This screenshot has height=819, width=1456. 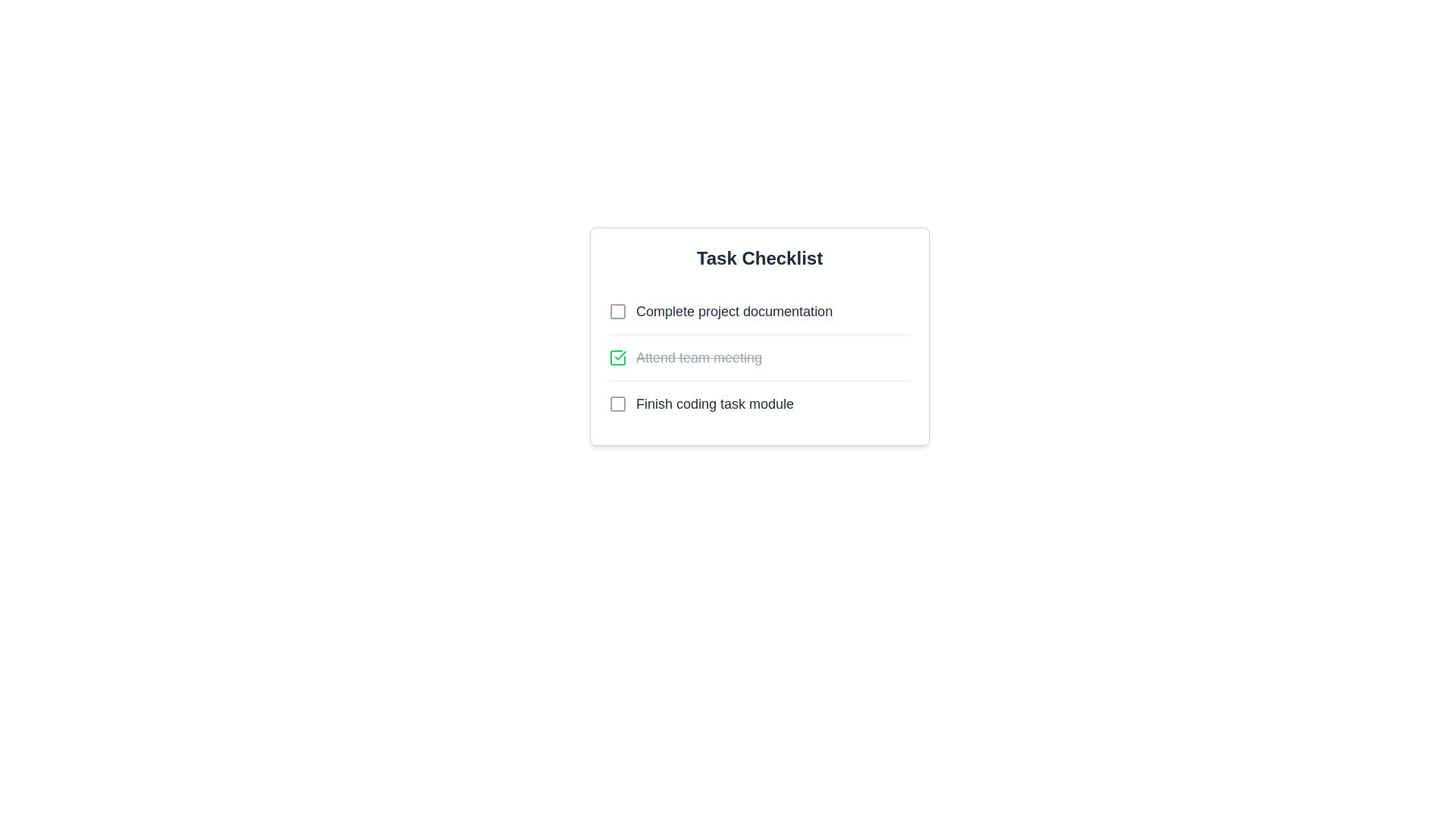 I want to click on the checkbox located next to the text 'Finish coding task module', so click(x=618, y=403).